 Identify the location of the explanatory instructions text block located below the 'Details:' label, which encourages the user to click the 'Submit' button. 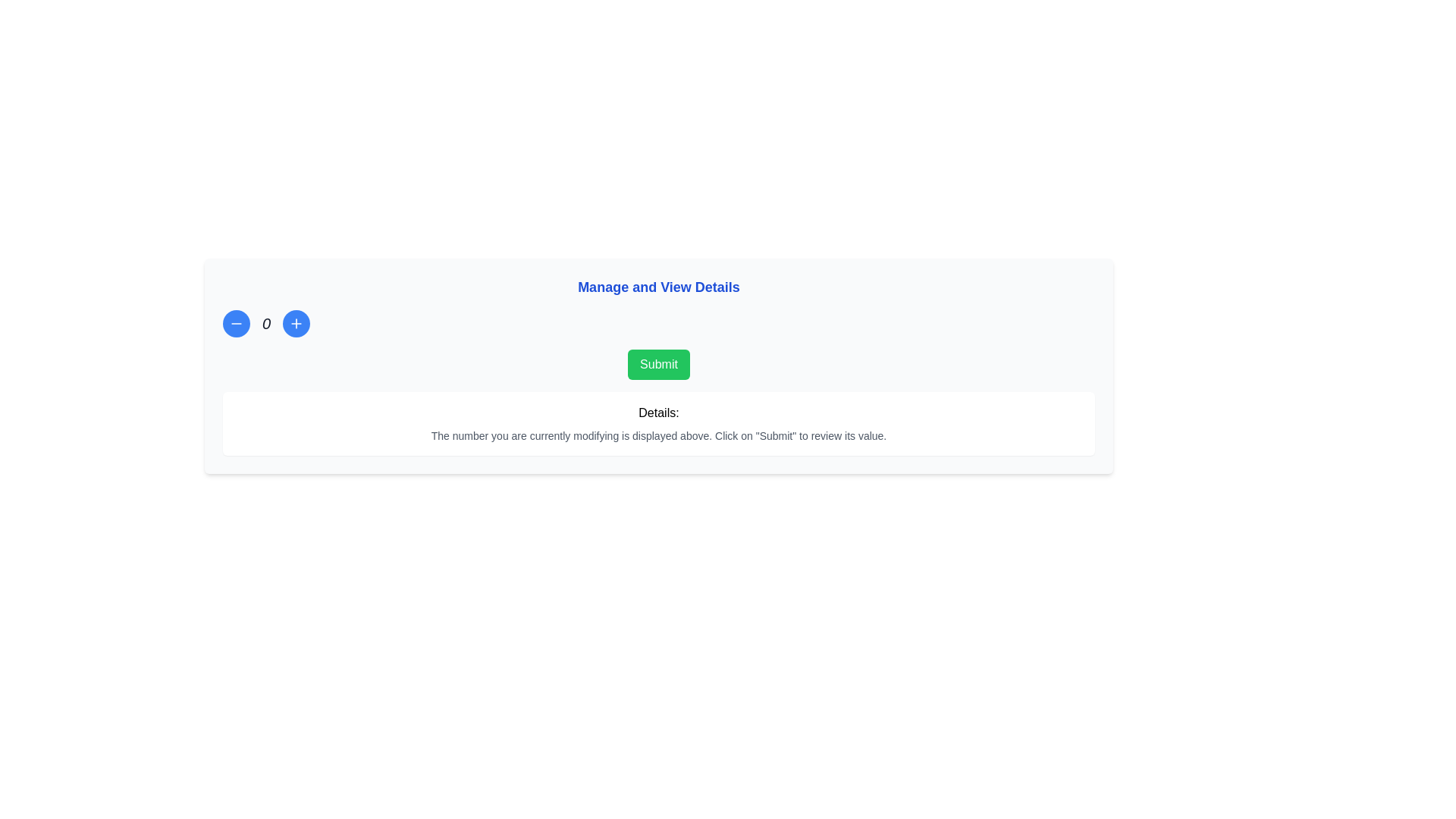
(658, 435).